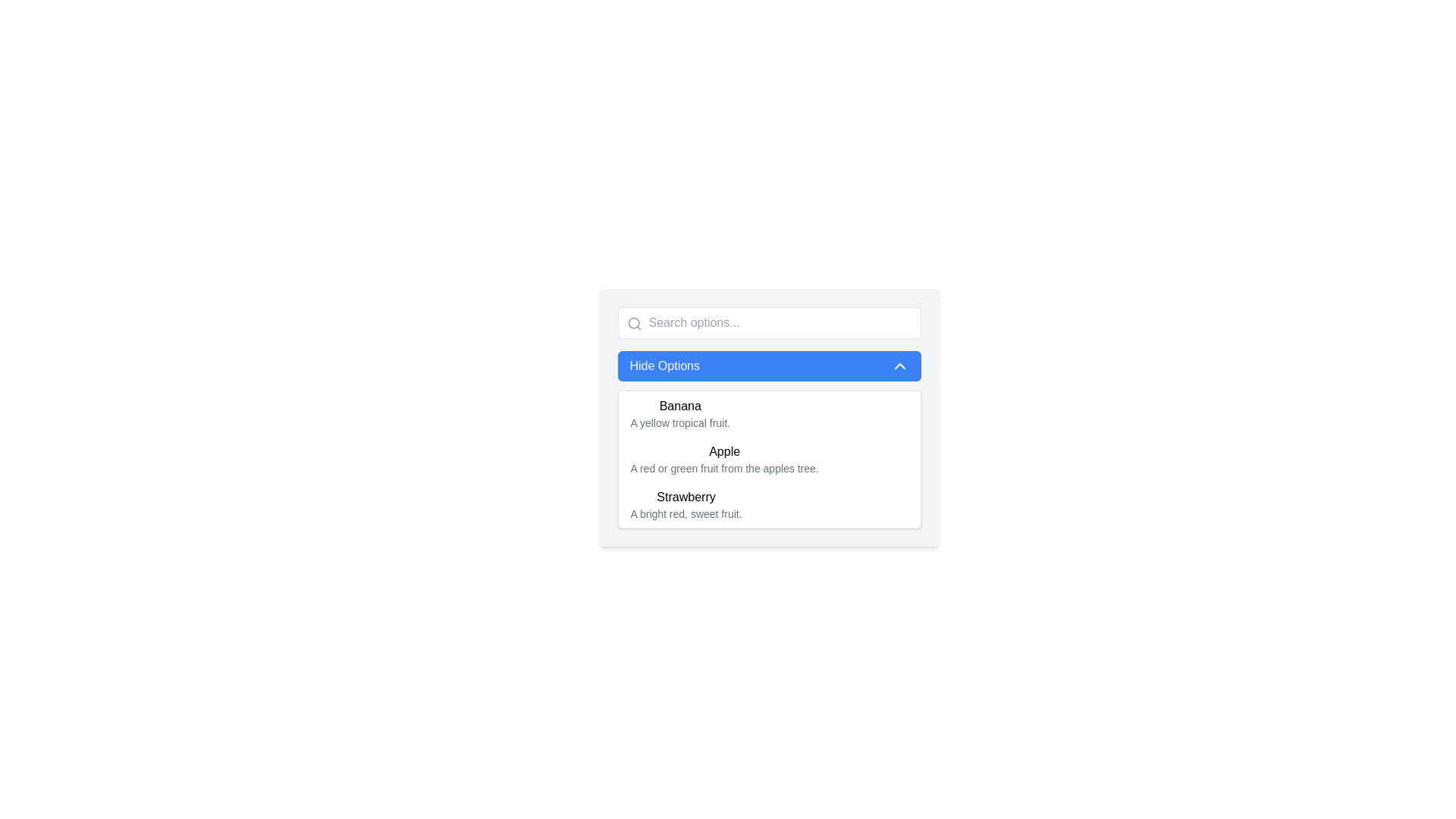 Image resolution: width=1456 pixels, height=819 pixels. Describe the element at coordinates (769, 458) in the screenshot. I see `the text element titled 'Apple' which includes a description about the fruit, located between 'Banana' and 'Strawberry'` at that location.